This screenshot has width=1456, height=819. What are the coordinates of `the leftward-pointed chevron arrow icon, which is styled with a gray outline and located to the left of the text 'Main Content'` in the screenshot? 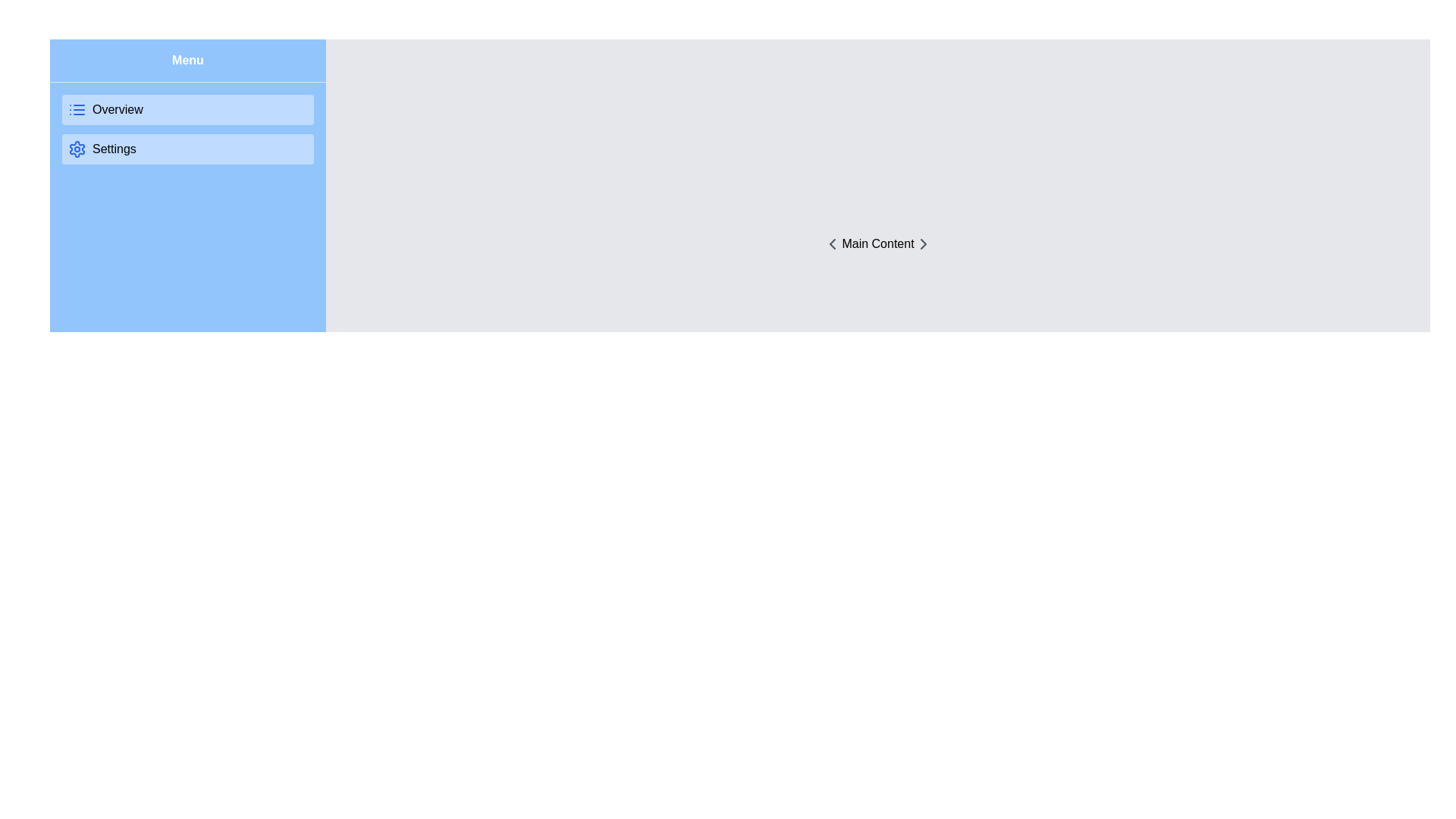 It's located at (832, 243).